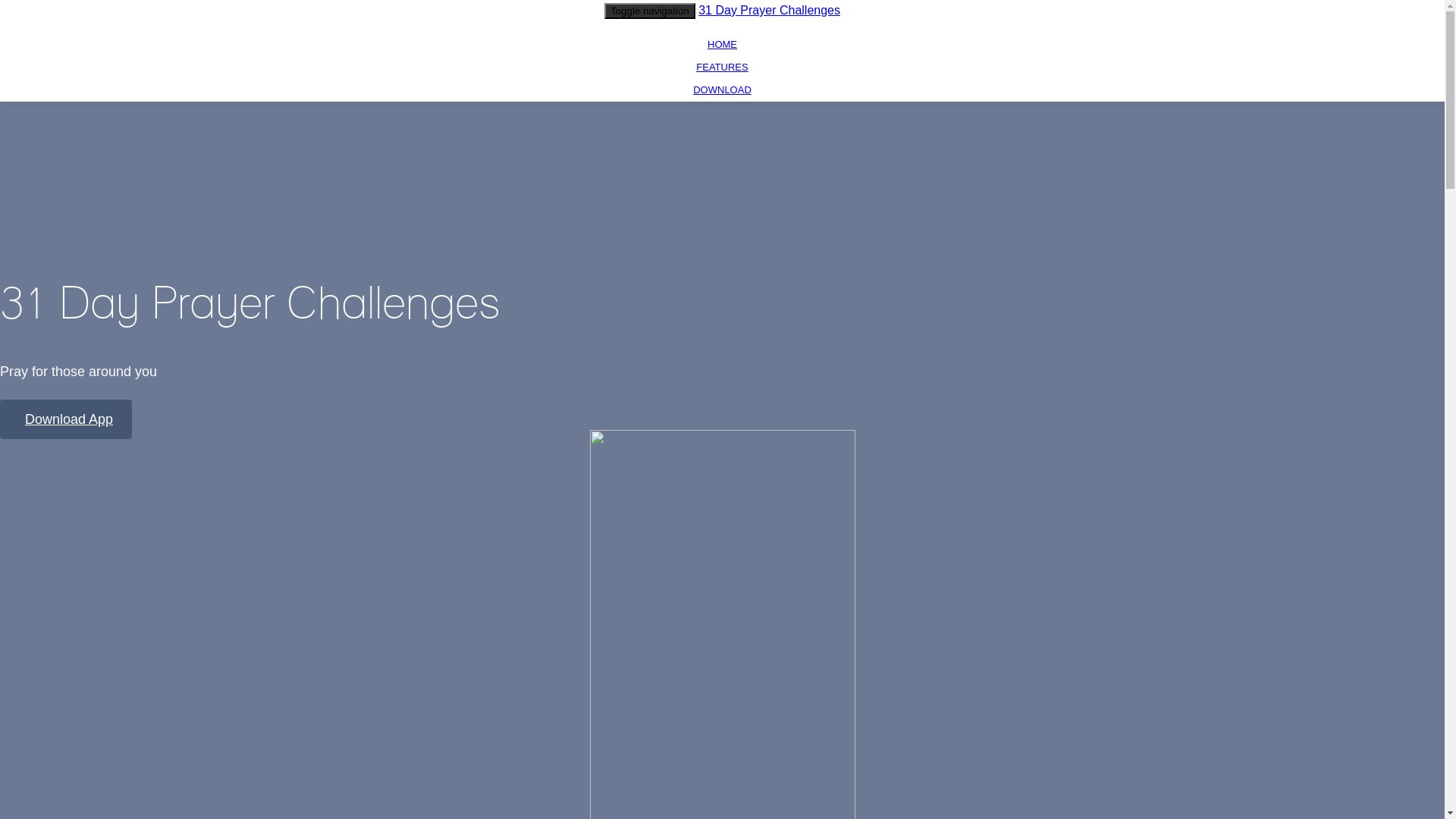  What do you see at coordinates (64, 419) in the screenshot?
I see `'Download App'` at bounding box center [64, 419].